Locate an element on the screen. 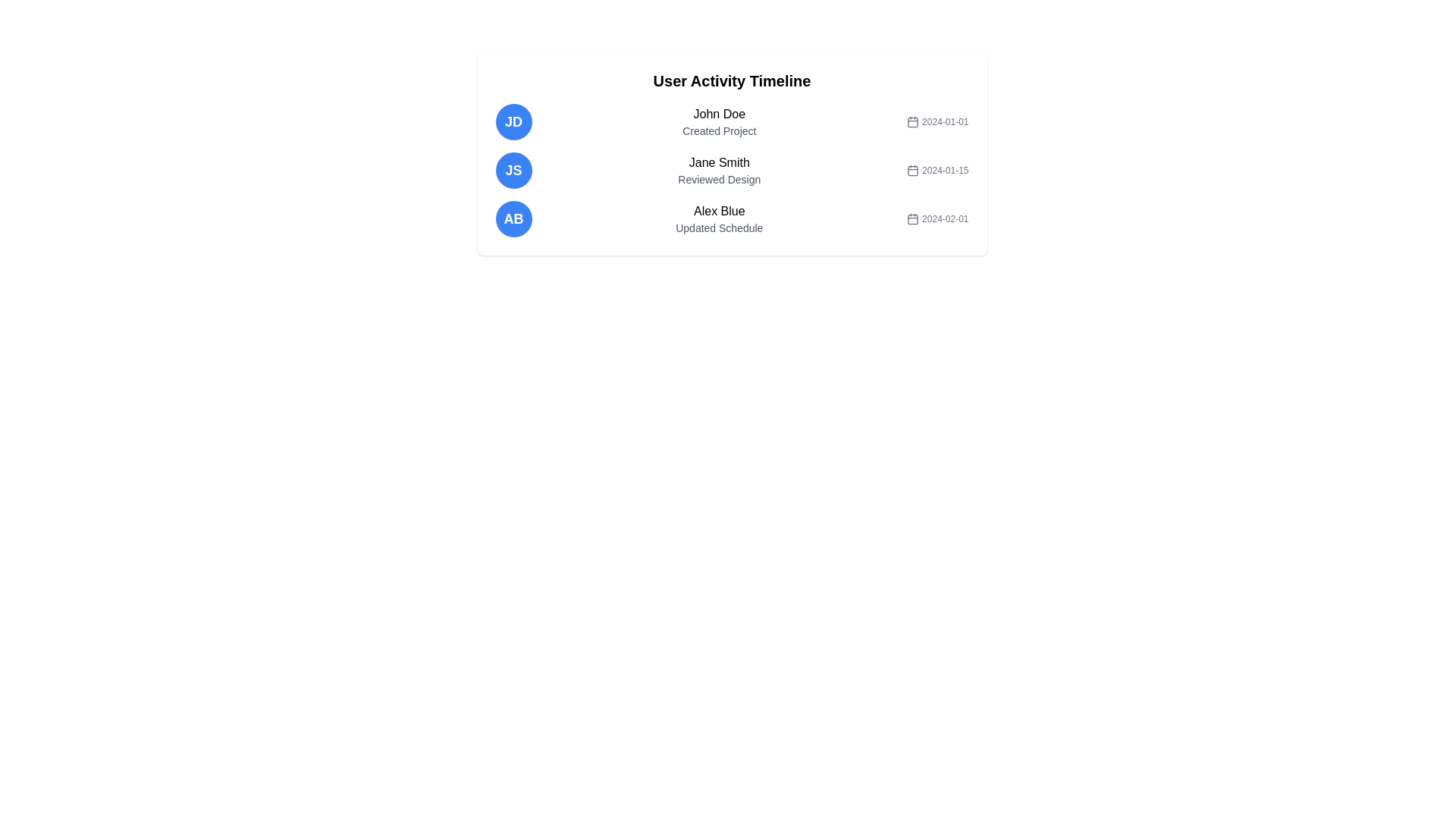 The width and height of the screenshot is (1456, 819). the calendar icon associated with the date '2024-01-15' by clicking on the rectangular component that highlights the date is located at coordinates (912, 171).